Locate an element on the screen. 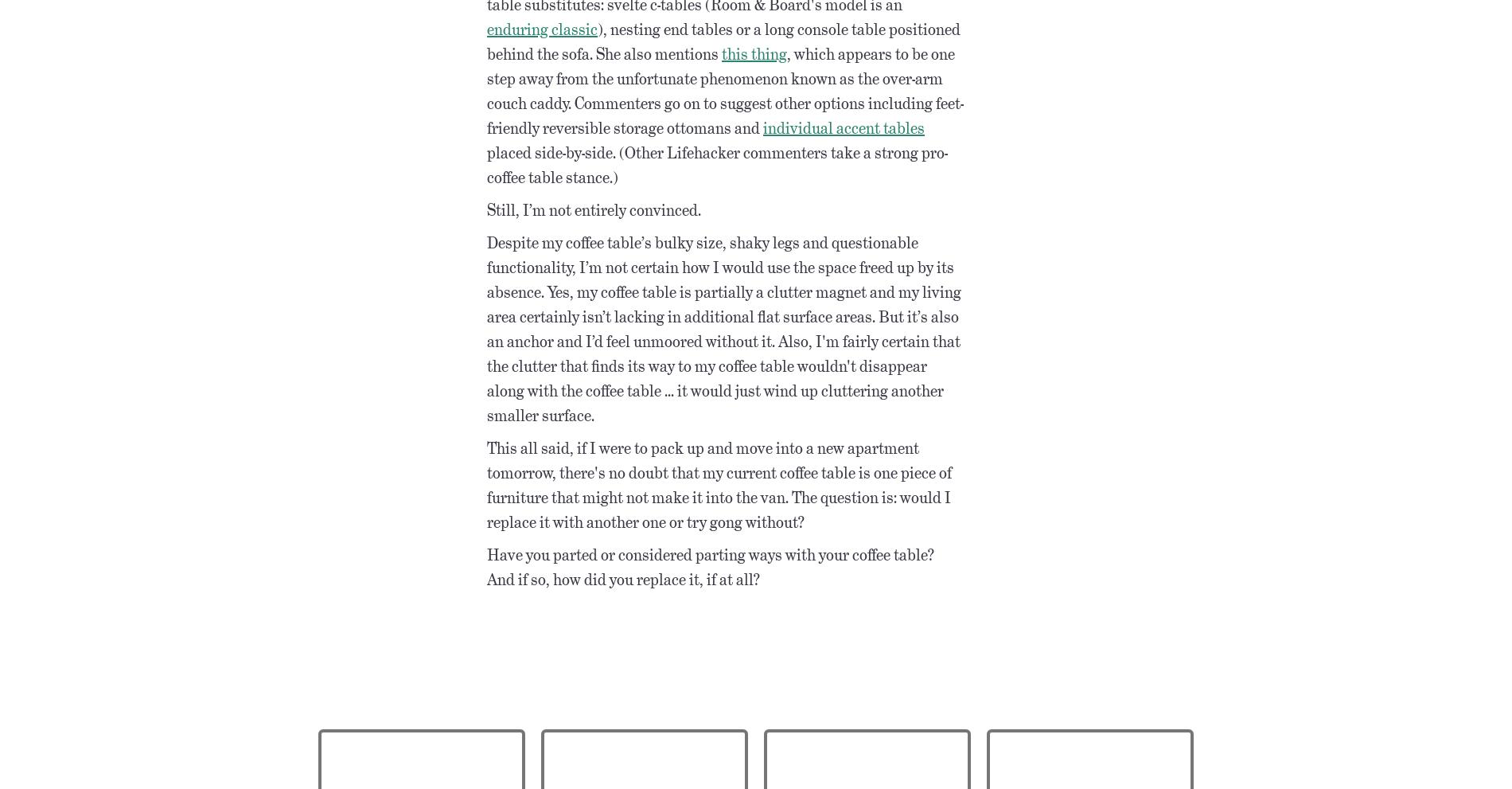 The width and height of the screenshot is (1512, 789). 'This all said, if I were to pack up and move into a new apartment tomorrow, there's no doubt that my current coffee table is one piece of furniture that might not make it into the van. The question is: would I replace it with another one or try gong without?' is located at coordinates (486, 484).